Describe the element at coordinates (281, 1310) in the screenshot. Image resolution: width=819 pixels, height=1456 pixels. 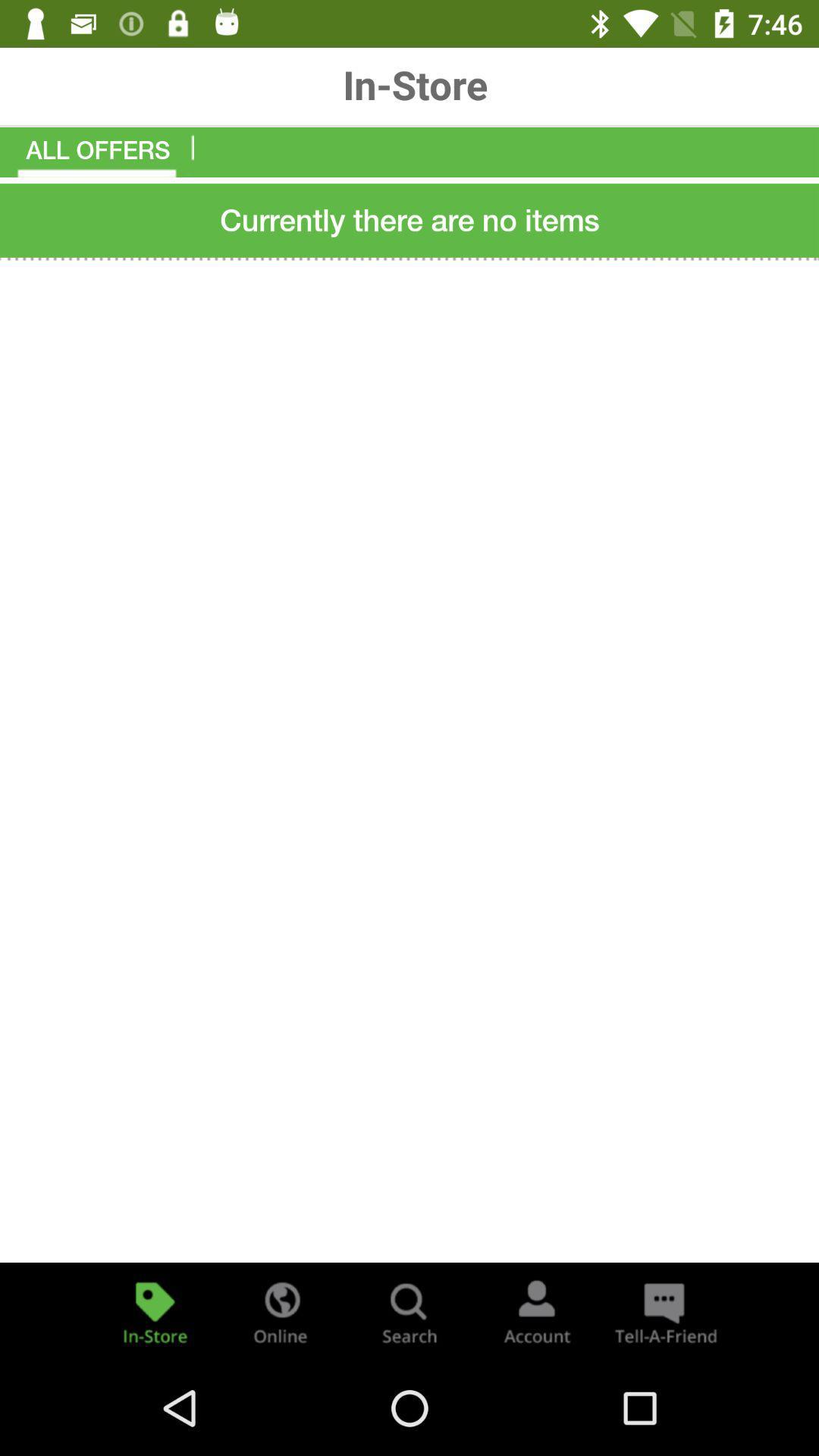
I see `the globe icon` at that location.